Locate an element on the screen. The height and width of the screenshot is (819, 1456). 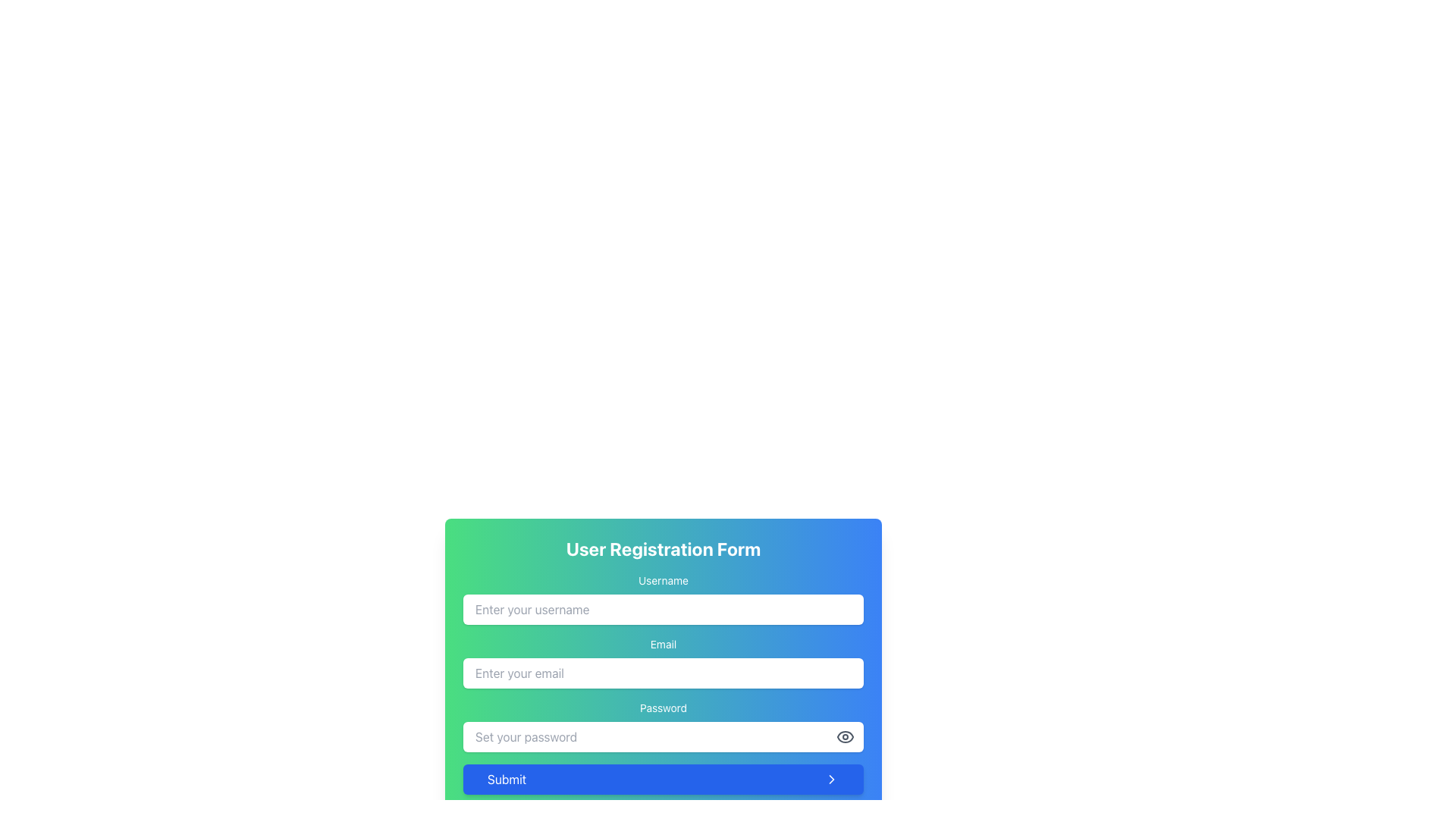
the eye-shaped icon within the button located next to the password input field is located at coordinates (844, 736).